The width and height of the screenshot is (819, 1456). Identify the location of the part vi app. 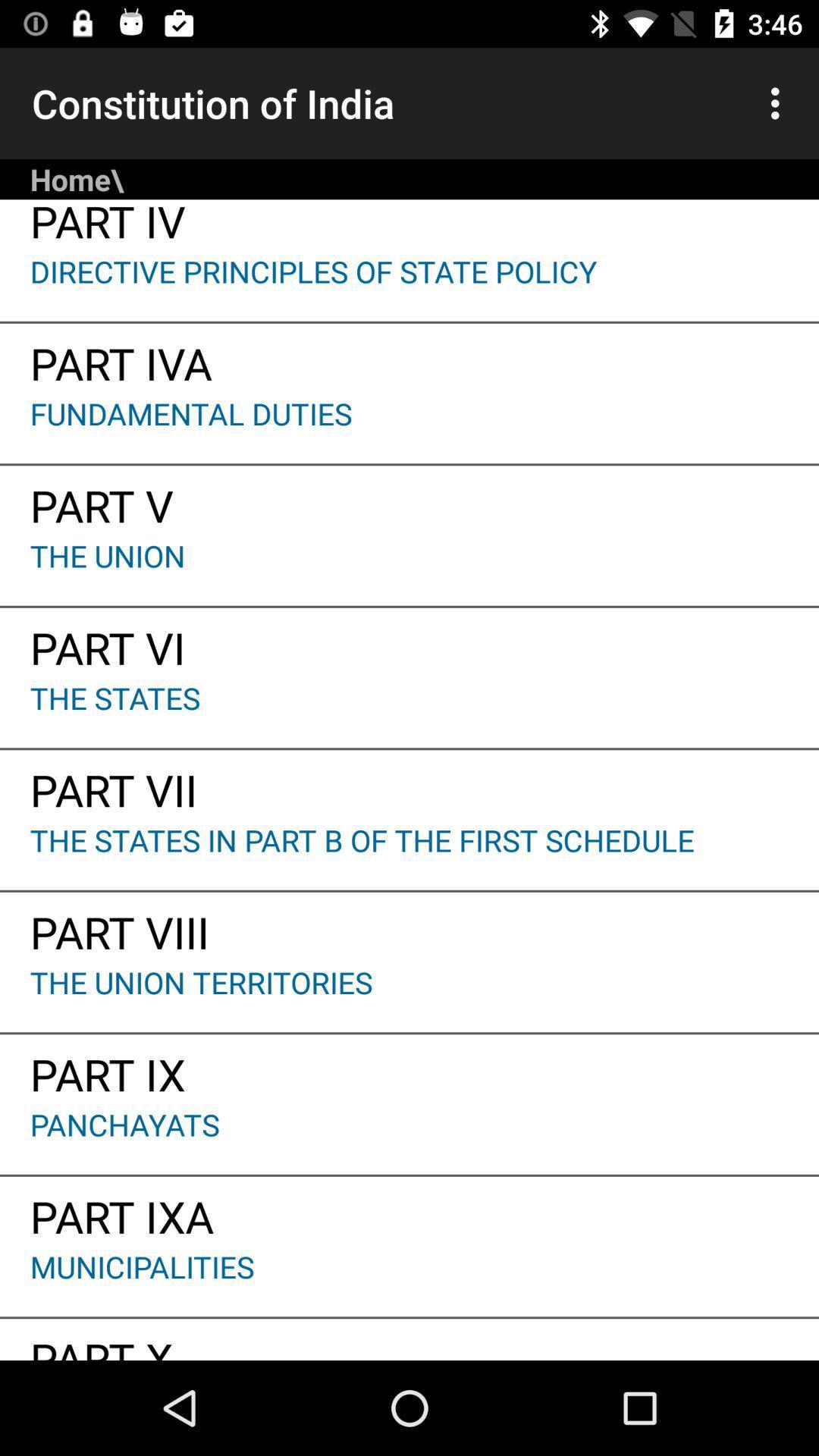
(409, 642).